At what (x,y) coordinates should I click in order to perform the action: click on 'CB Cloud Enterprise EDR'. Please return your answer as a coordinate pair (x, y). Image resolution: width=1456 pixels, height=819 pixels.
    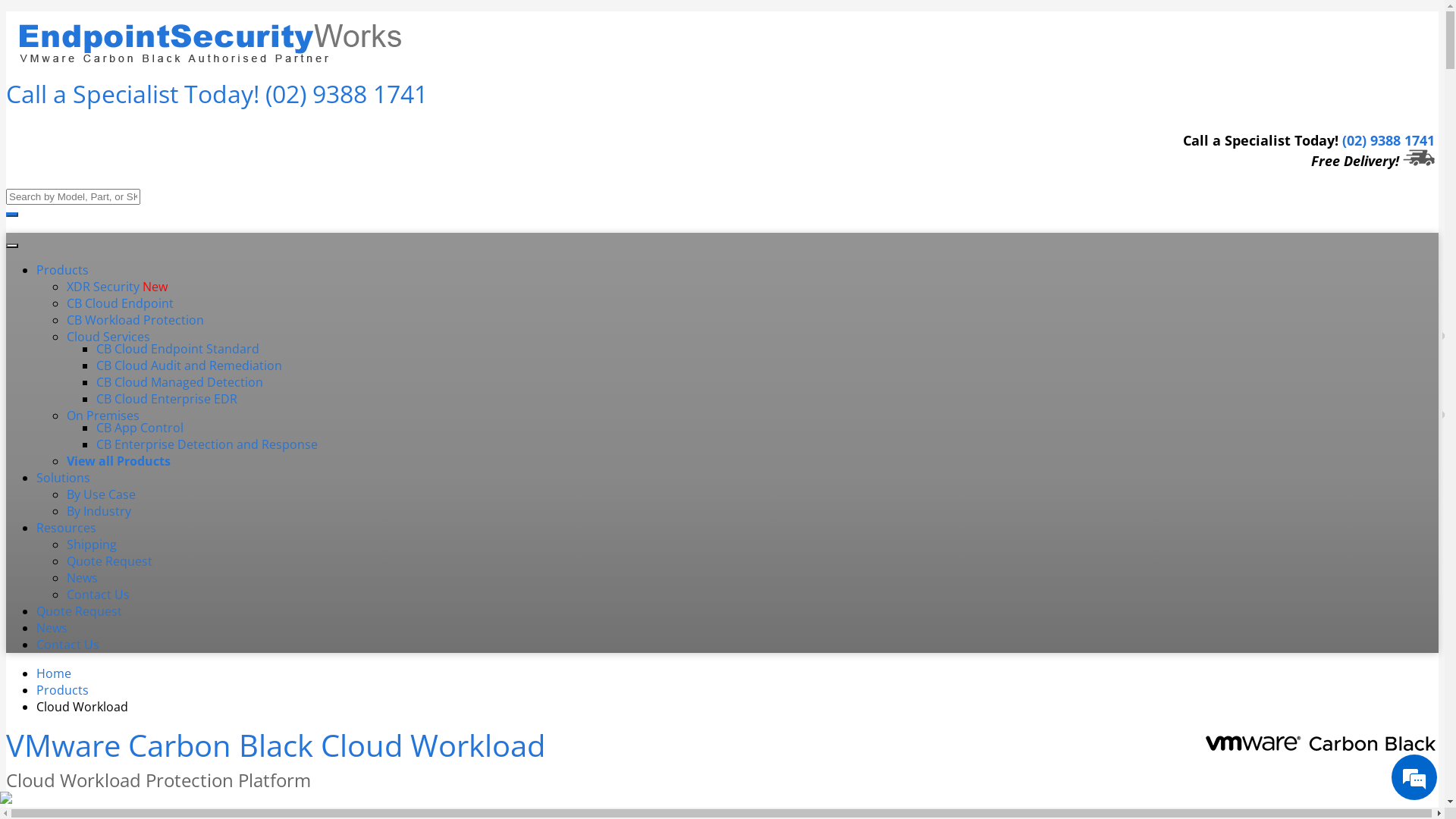
    Looking at the image, I should click on (167, 397).